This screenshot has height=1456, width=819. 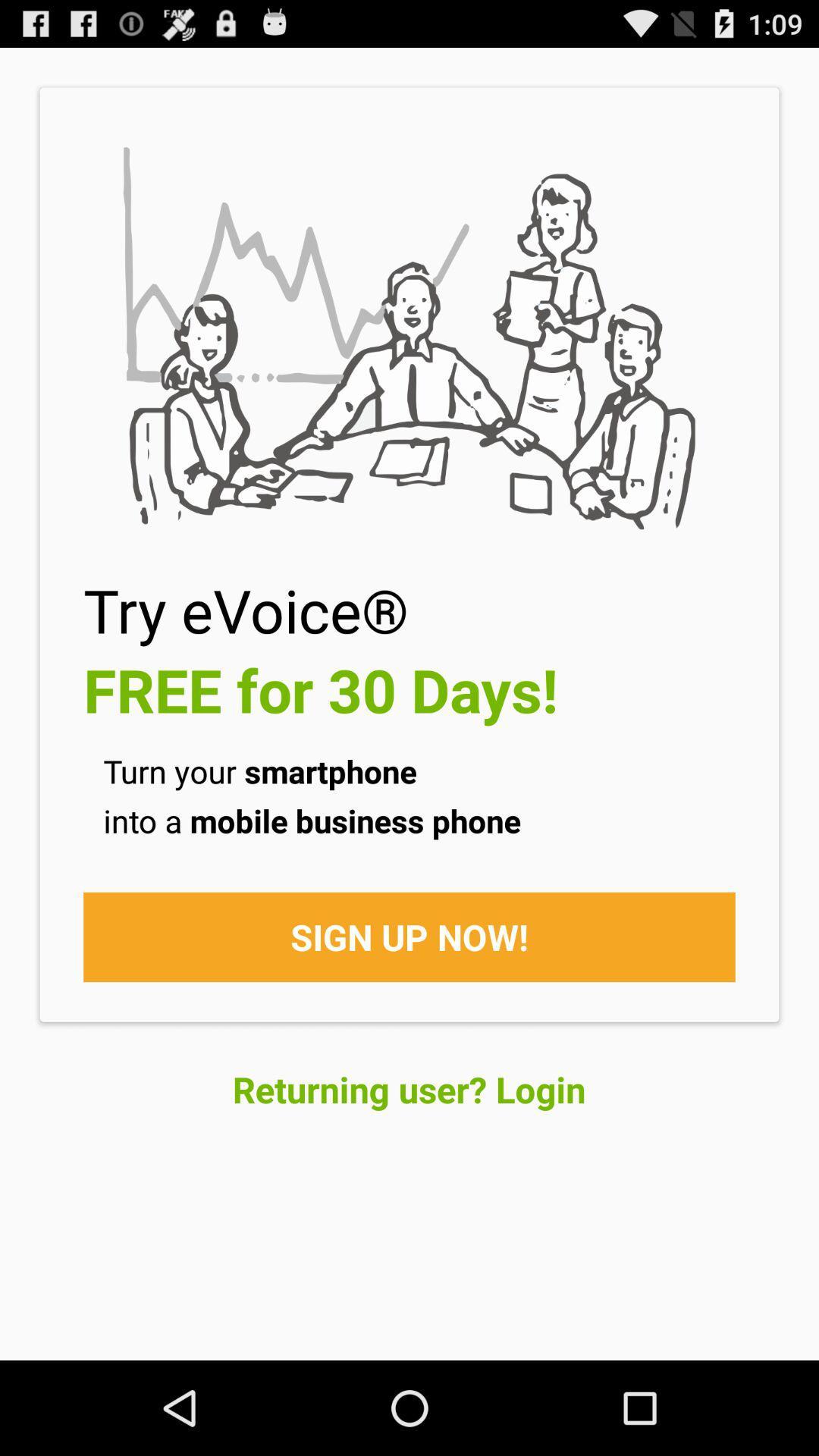 What do you see at coordinates (409, 936) in the screenshot?
I see `item above returning user? login button` at bounding box center [409, 936].